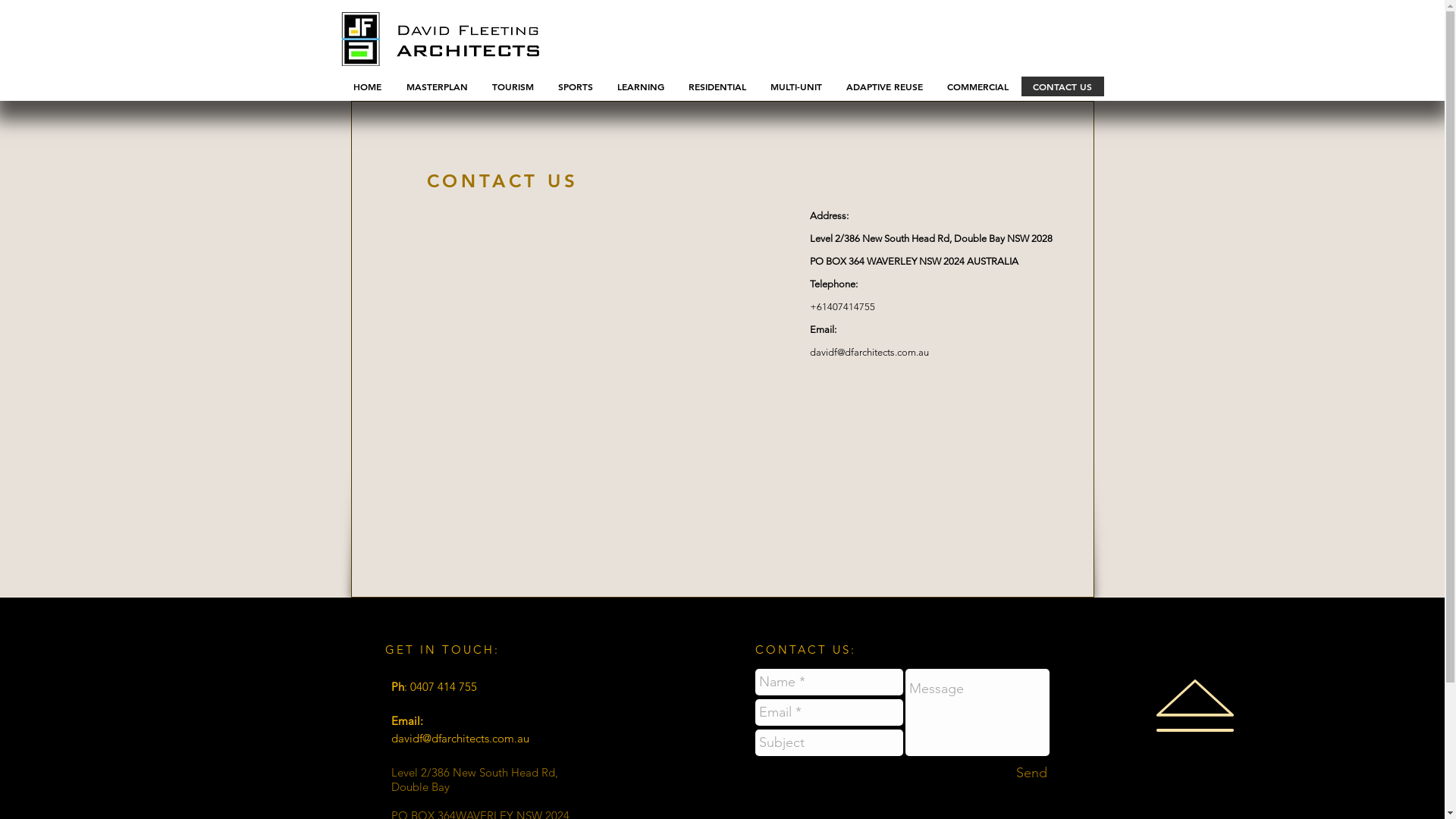 This screenshot has width=1456, height=819. I want to click on 'MULTI-UNIT', so click(795, 86).